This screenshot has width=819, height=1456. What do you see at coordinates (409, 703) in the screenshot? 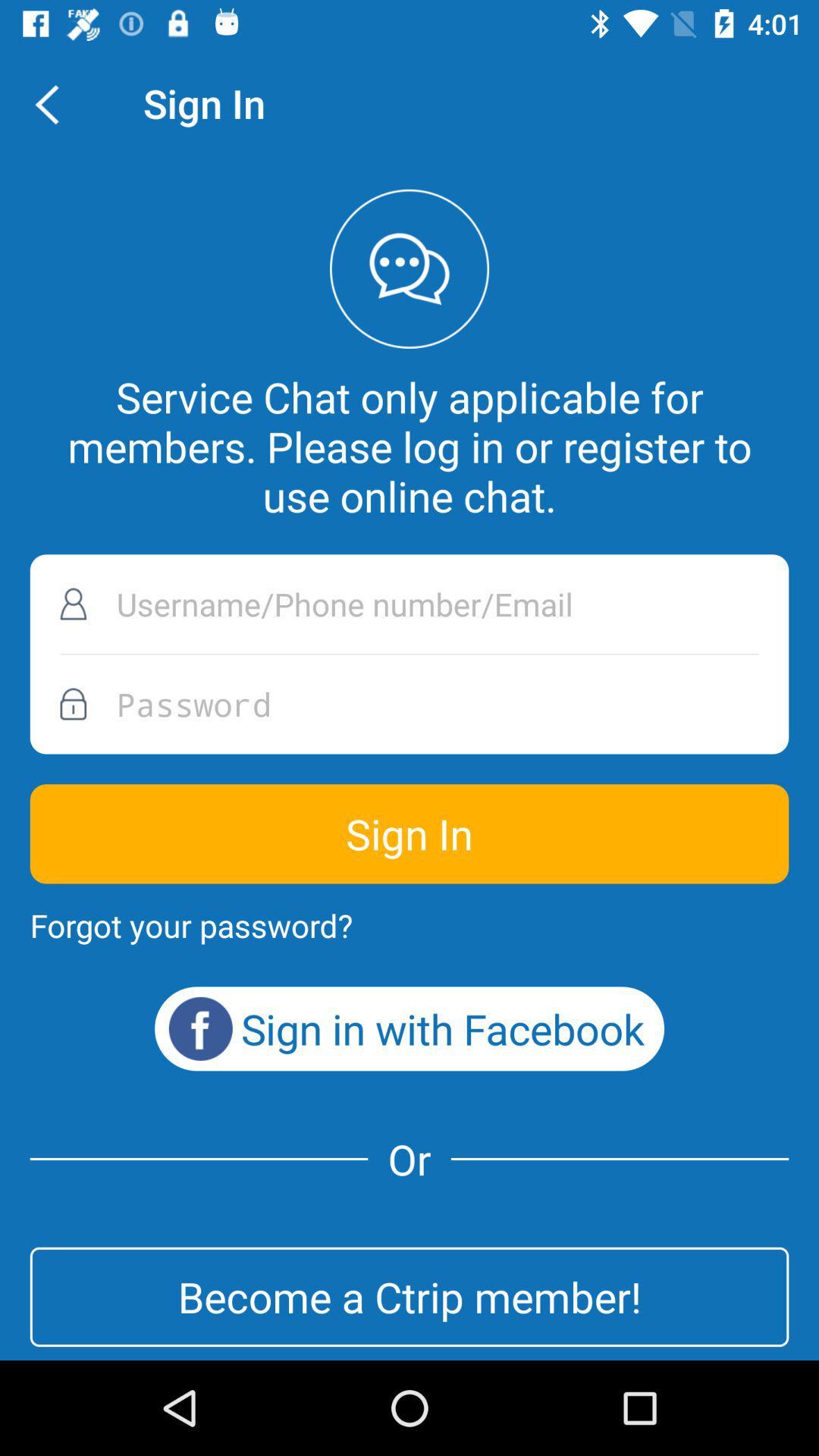
I see `the icon above the sign in icon` at bounding box center [409, 703].